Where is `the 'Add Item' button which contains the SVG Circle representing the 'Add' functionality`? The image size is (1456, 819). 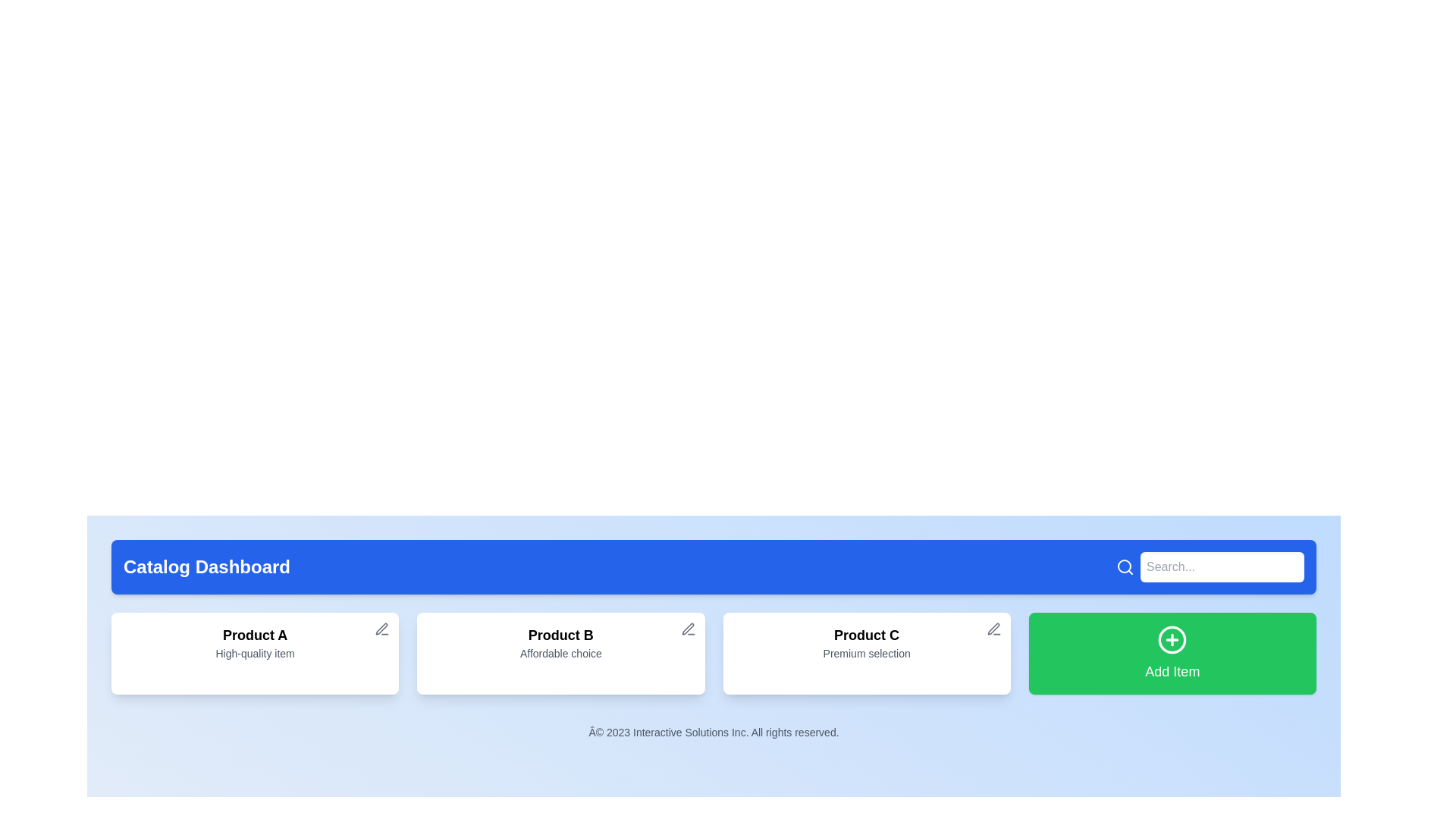
the 'Add Item' button which contains the SVG Circle representing the 'Add' functionality is located at coordinates (1172, 640).